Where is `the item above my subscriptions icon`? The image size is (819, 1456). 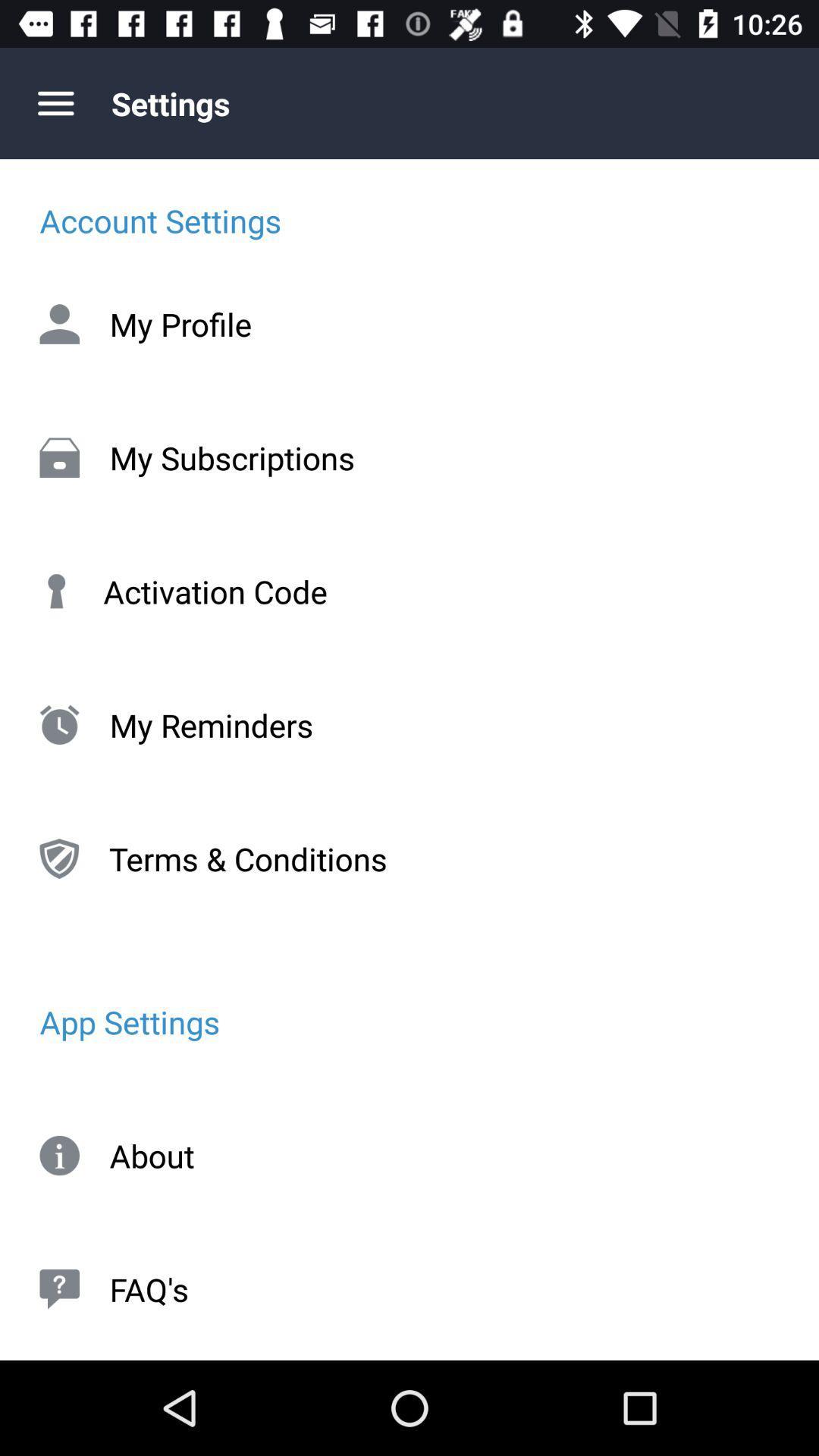 the item above my subscriptions icon is located at coordinates (409, 323).